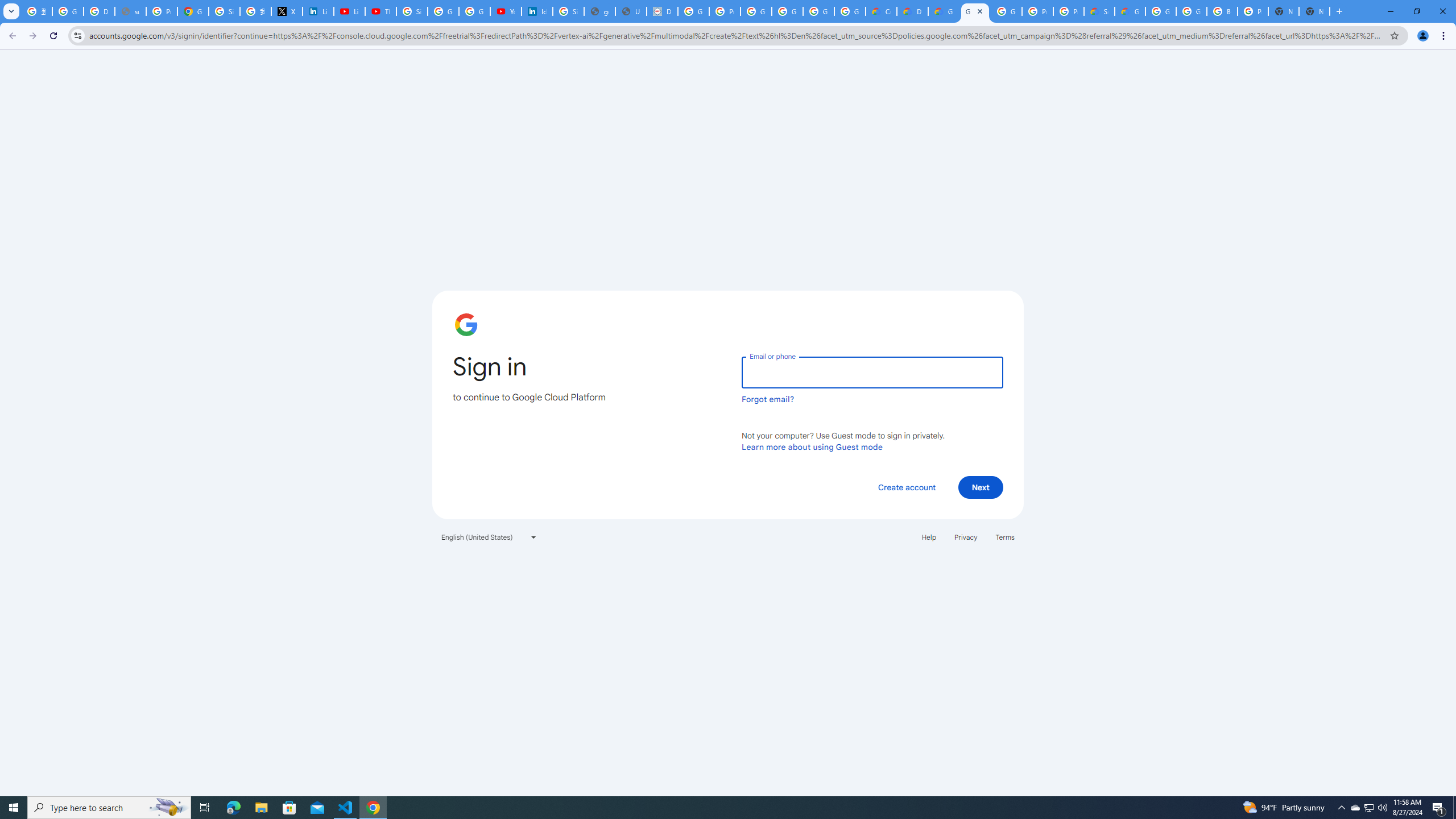  Describe the element at coordinates (981, 486) in the screenshot. I see `'Next'` at that location.